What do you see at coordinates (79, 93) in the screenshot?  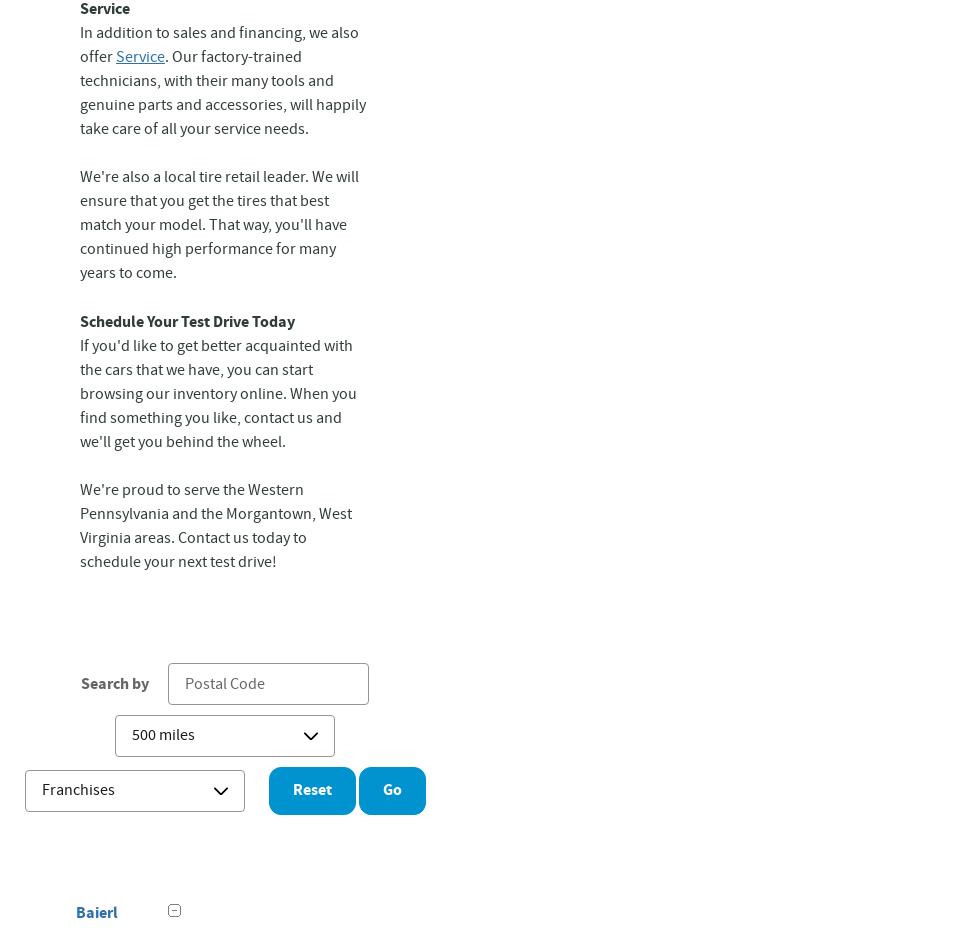 I see `'. Our factory-trained technicians, with their many tools and genuine parts and accessories, will happily take care of all your service needs.'` at bounding box center [79, 93].